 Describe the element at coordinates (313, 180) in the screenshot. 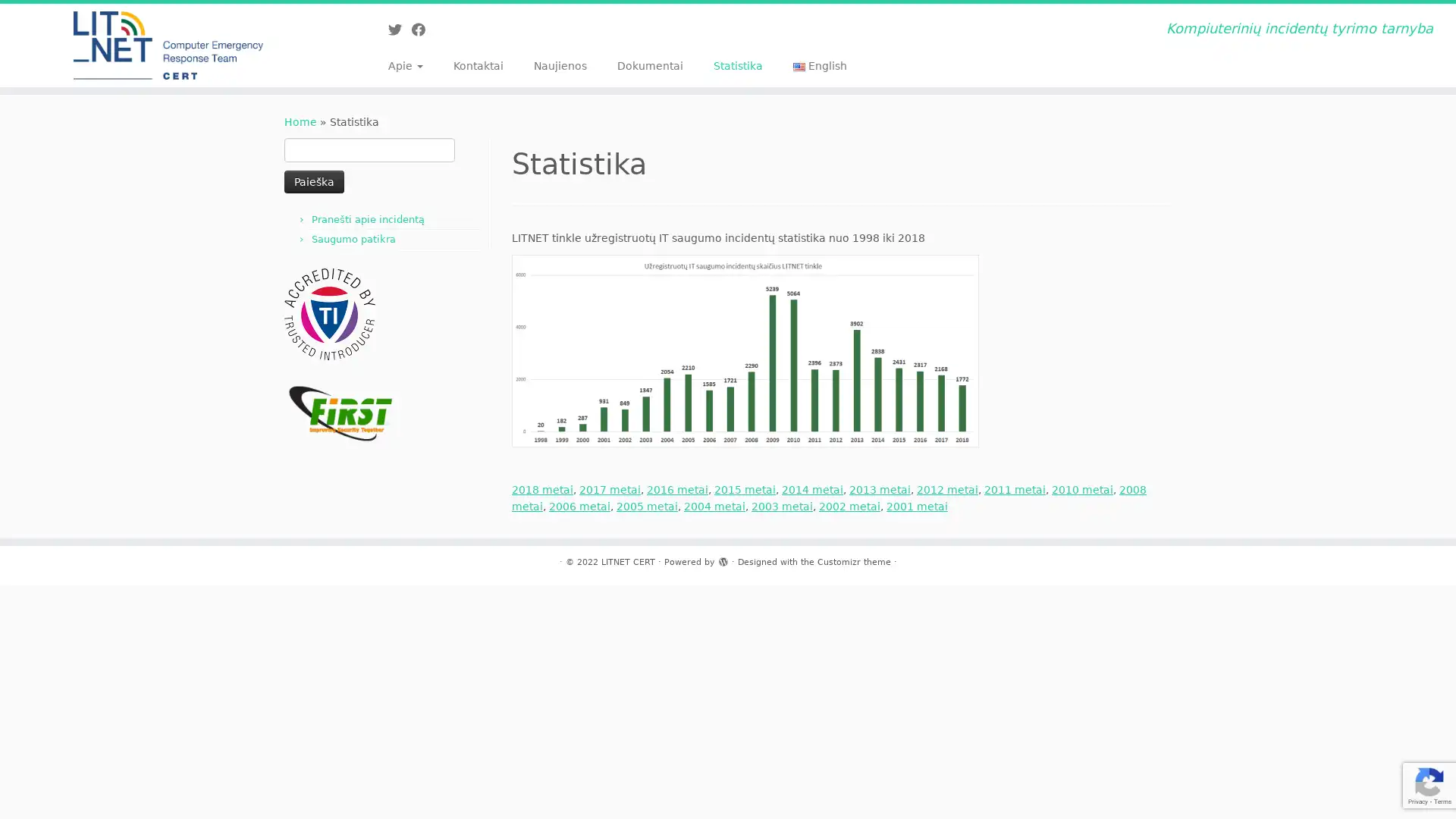

I see `Paieska` at that location.